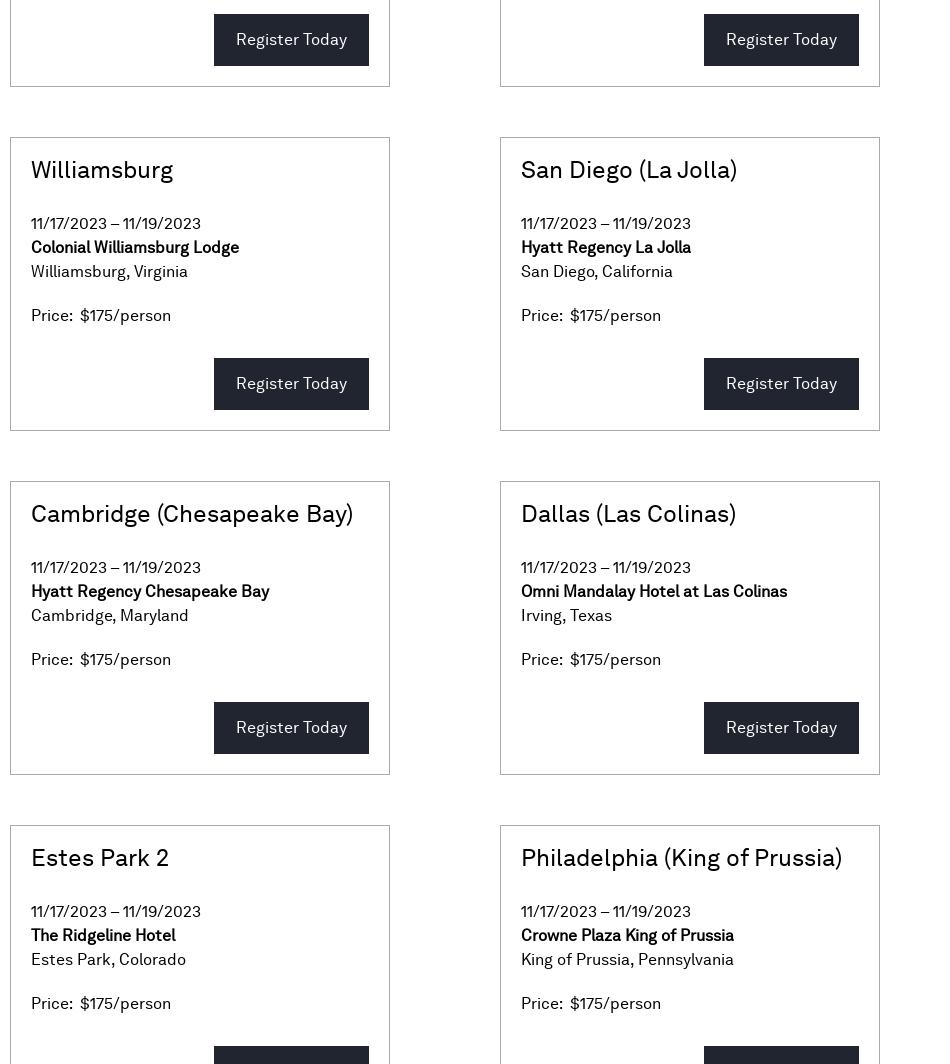  What do you see at coordinates (520, 615) in the screenshot?
I see `'Irving'` at bounding box center [520, 615].